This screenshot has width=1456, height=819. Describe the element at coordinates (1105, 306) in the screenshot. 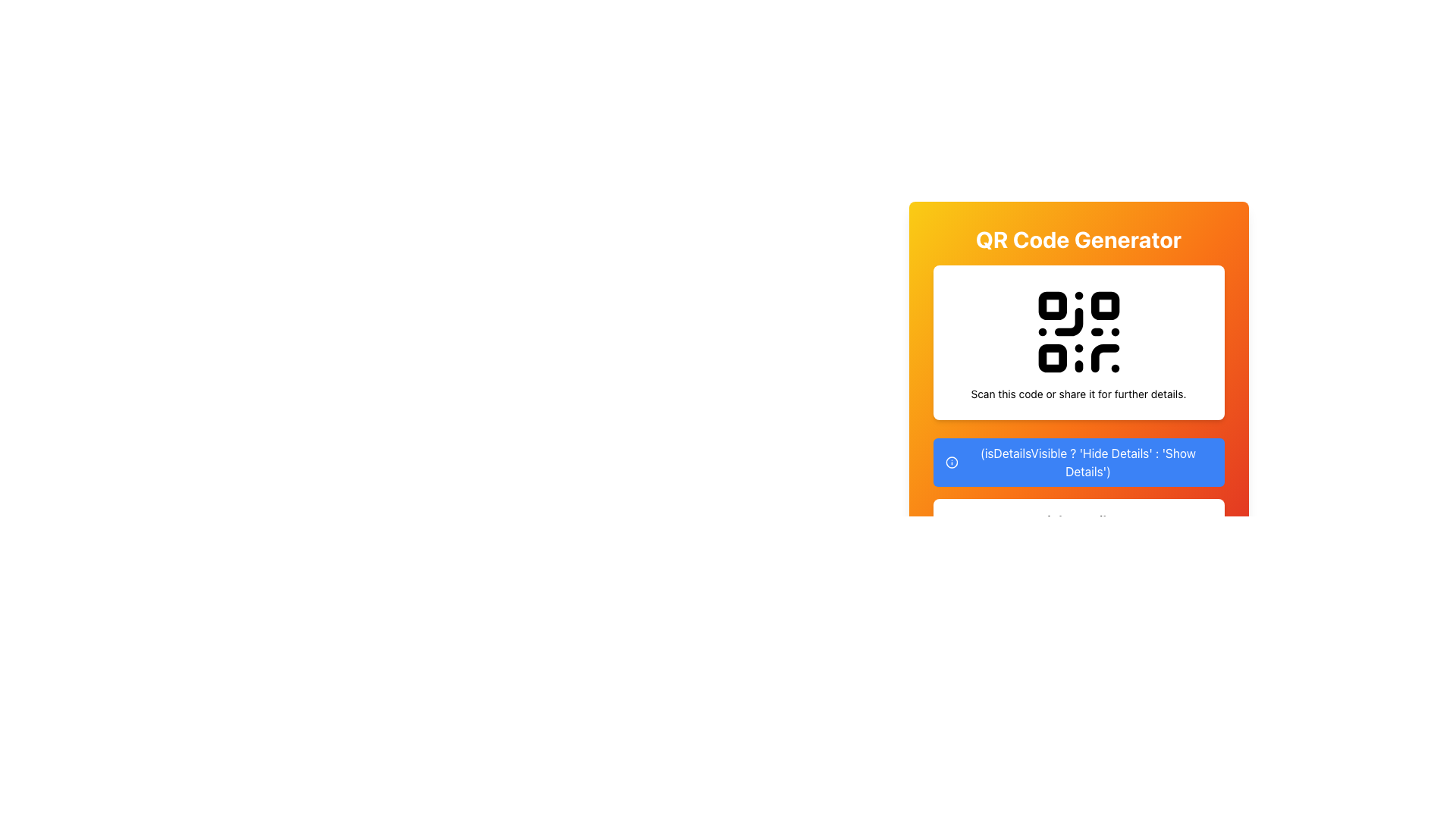

I see `the small, solid square shape located in the top-right corner of the QR code, which is black-filled with rounded corners` at that location.